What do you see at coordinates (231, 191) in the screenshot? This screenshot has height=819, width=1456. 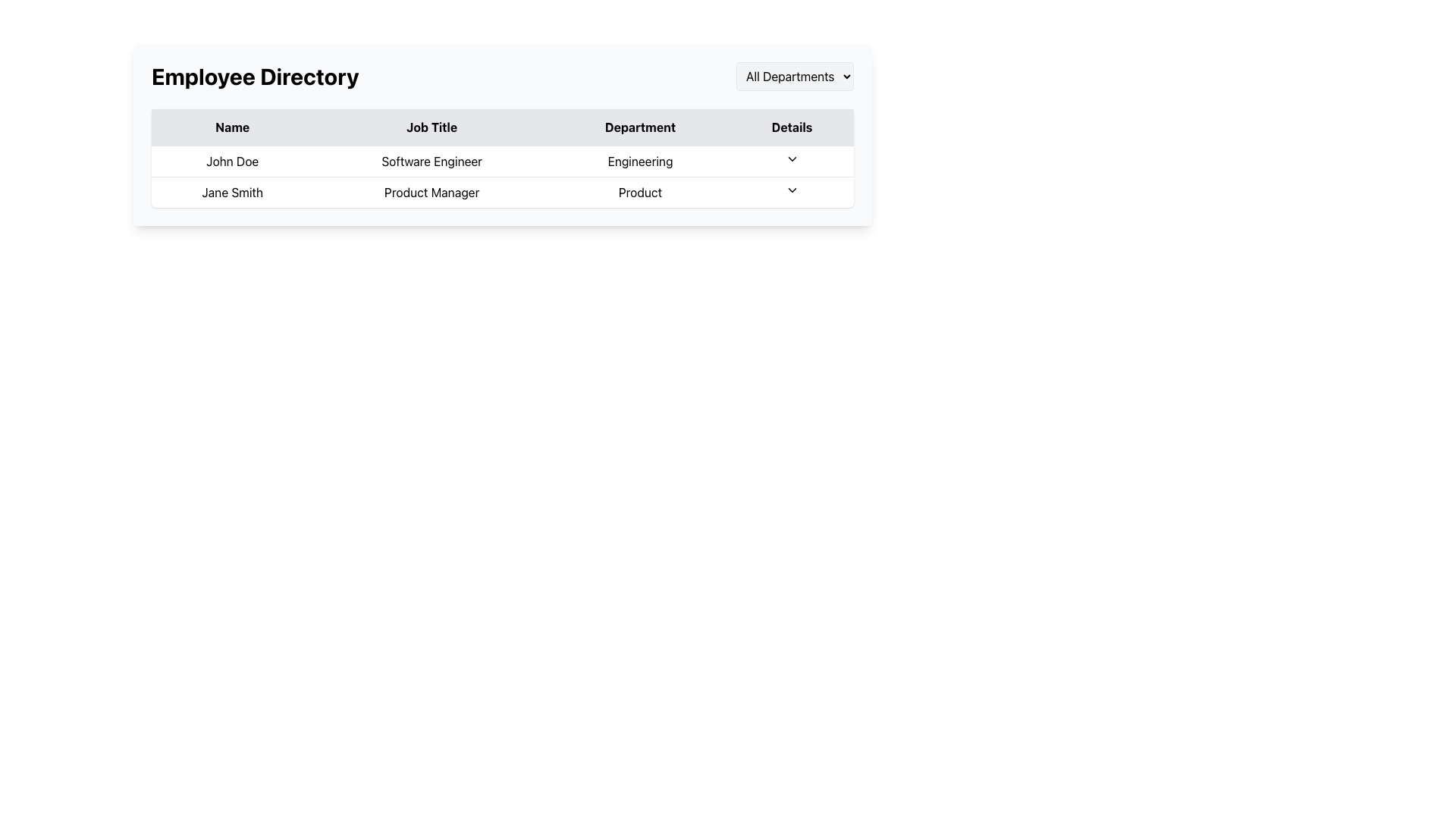 I see `the text label displaying 'Jane Smith', which is located in the second row under the 'Name' column of the structured table` at bounding box center [231, 191].